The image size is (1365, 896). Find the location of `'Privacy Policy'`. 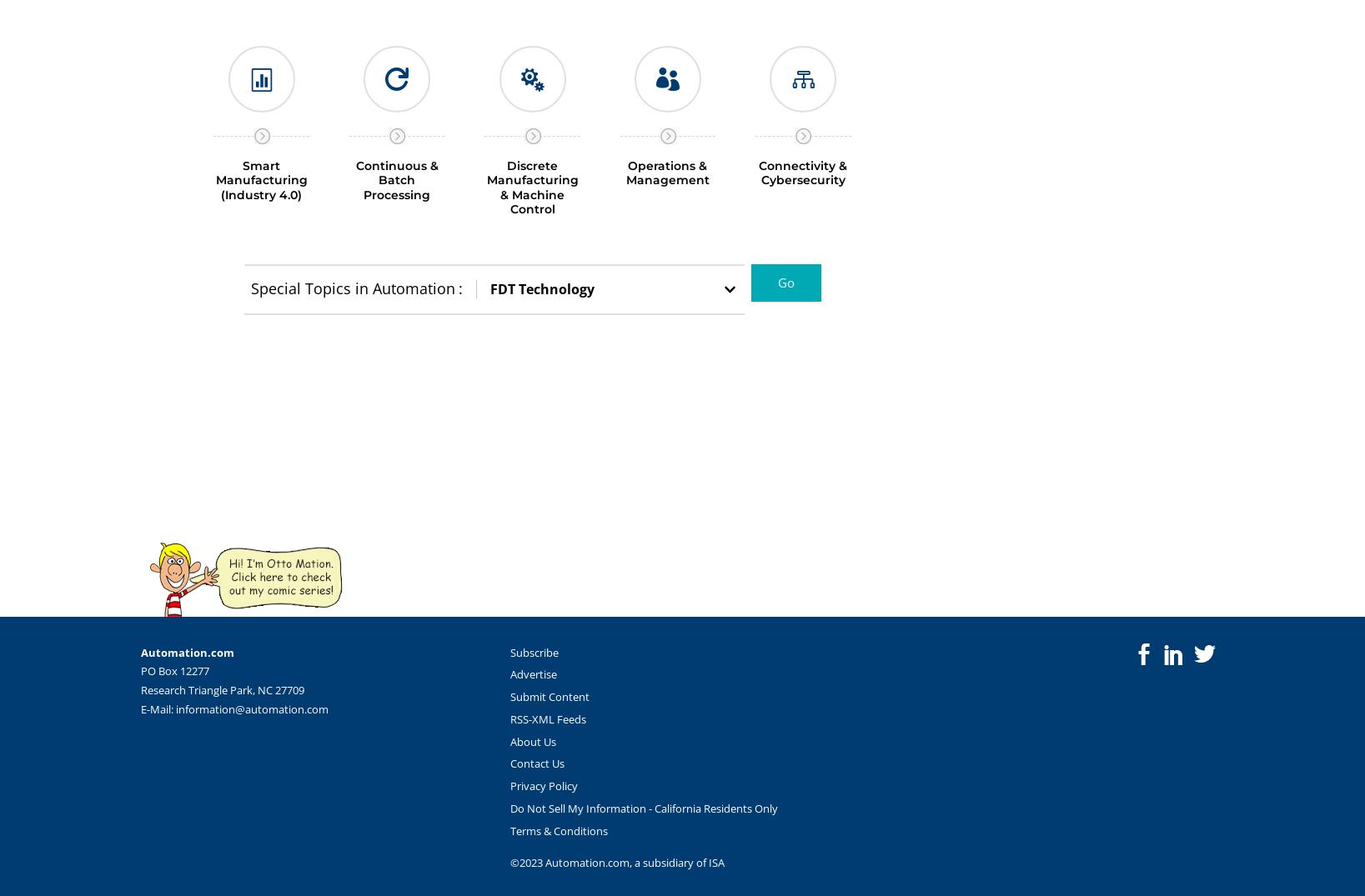

'Privacy Policy' is located at coordinates (542, 785).